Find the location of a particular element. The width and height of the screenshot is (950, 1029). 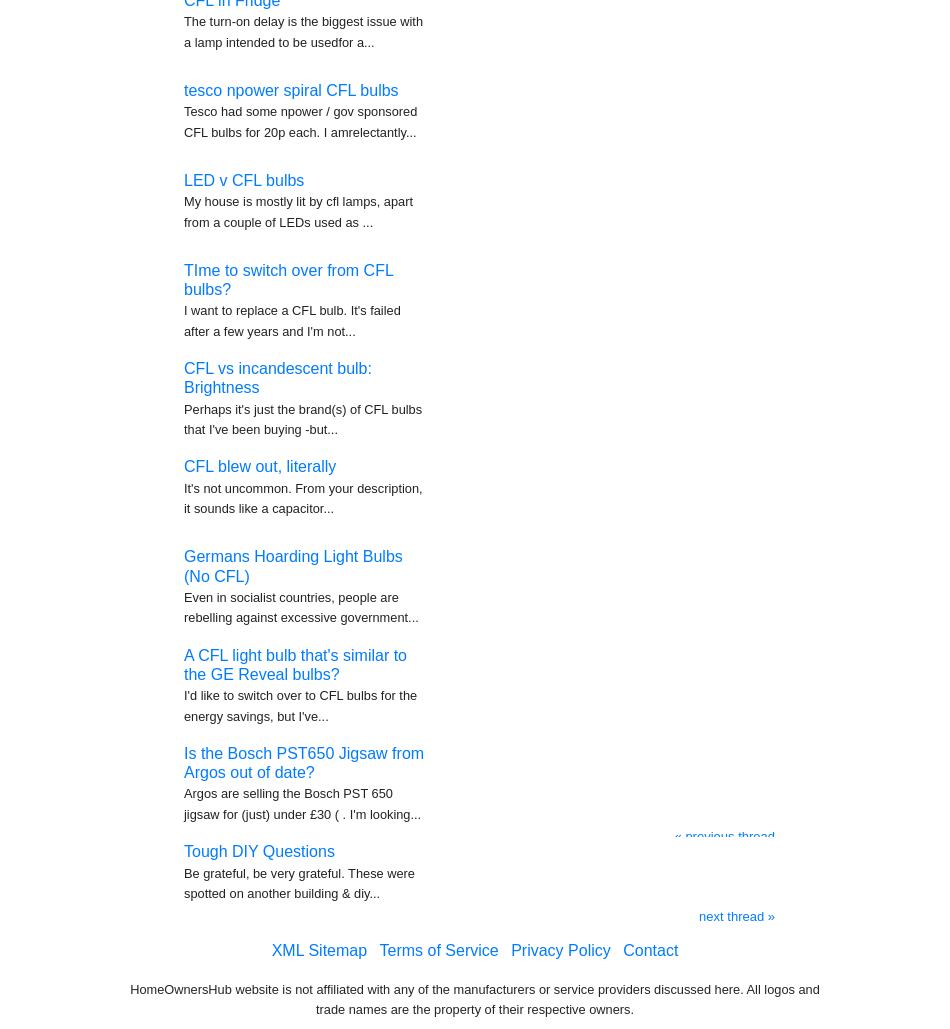

'Be grateful, be very grateful. These were spotted on another building & diy...' is located at coordinates (297, 873).